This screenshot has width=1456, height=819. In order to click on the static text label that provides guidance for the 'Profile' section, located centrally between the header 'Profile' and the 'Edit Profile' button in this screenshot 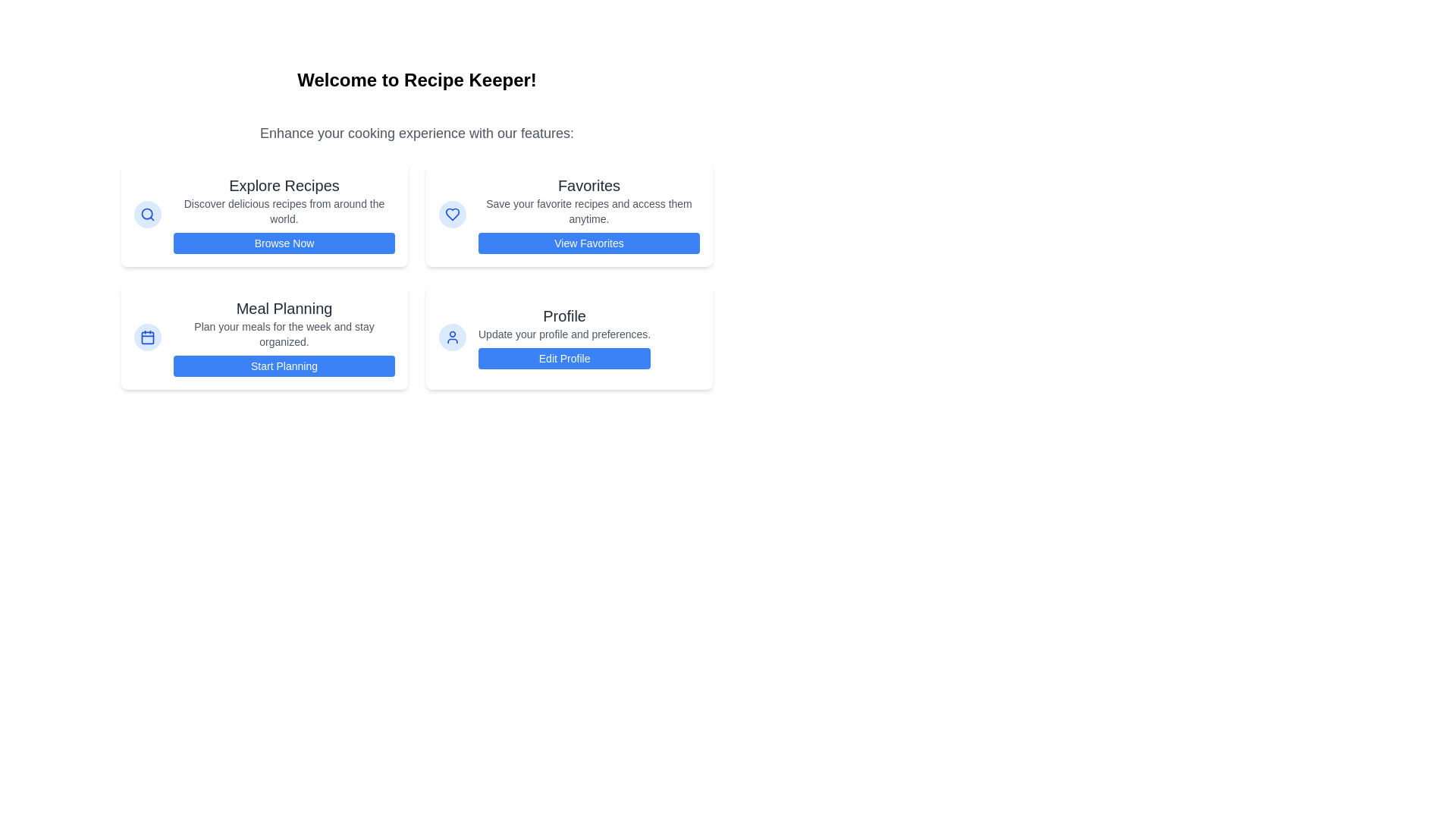, I will do `click(563, 333)`.